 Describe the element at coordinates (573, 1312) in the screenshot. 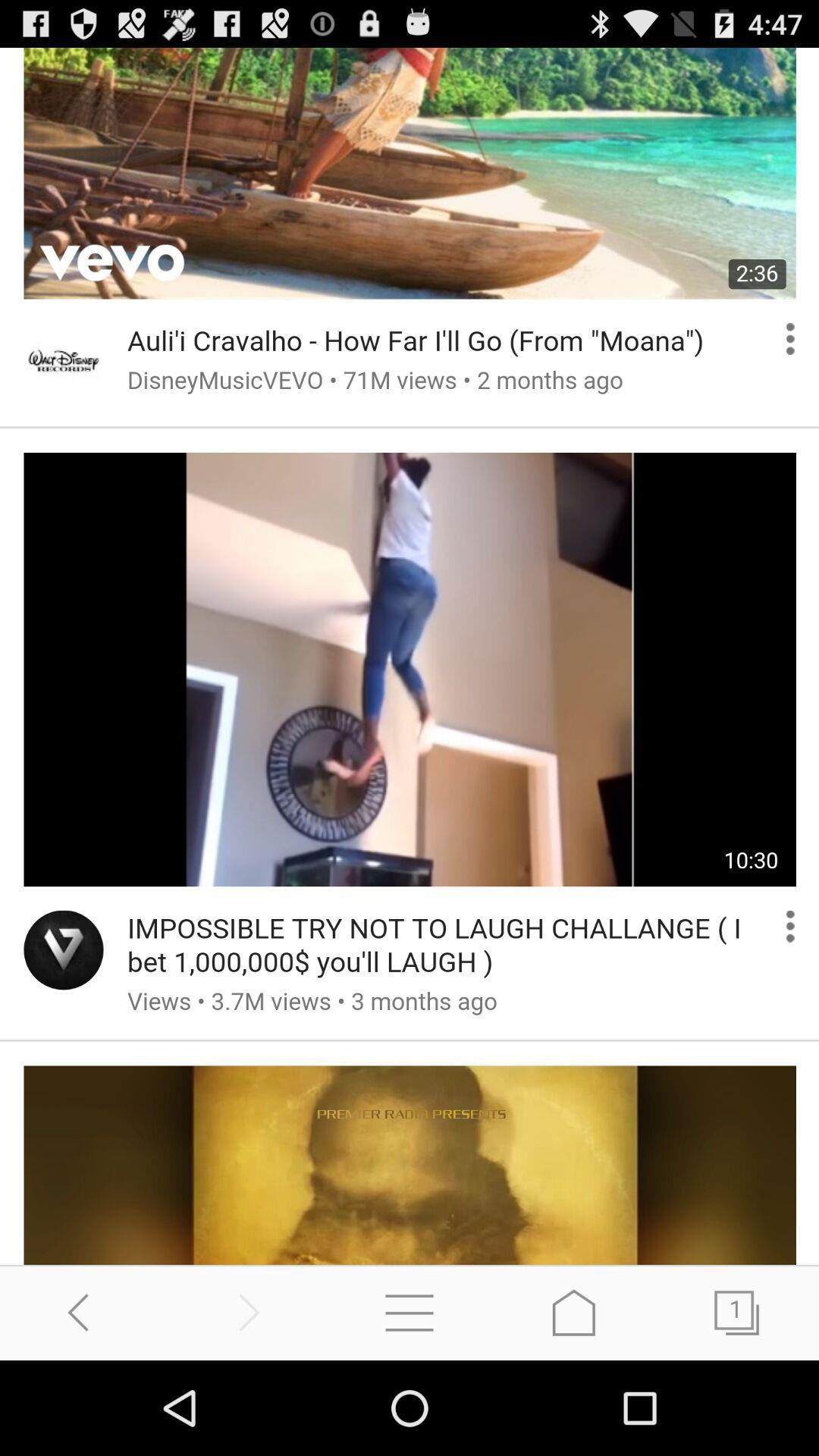

I see `save` at that location.